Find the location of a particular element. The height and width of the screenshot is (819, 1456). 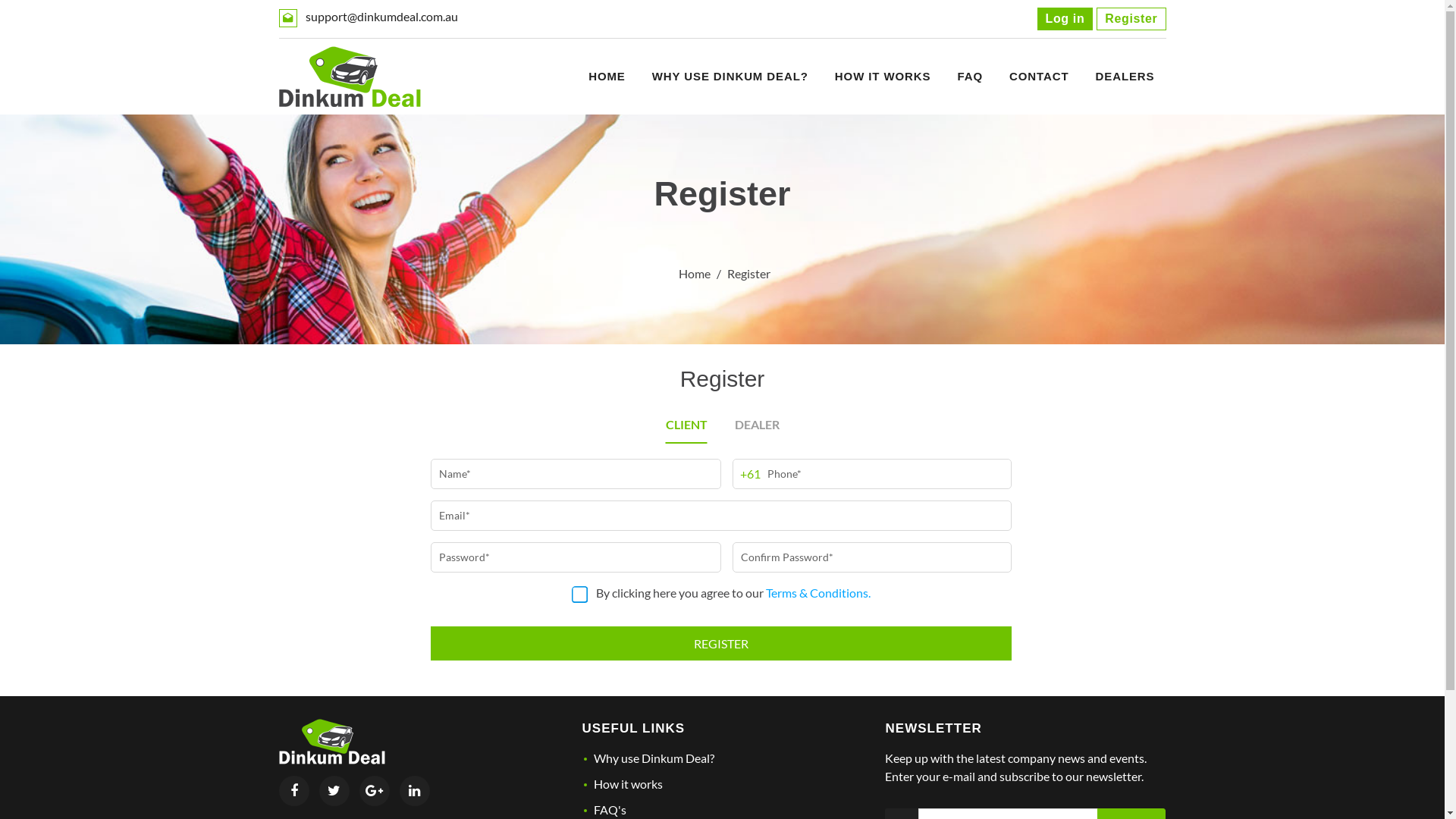

'Log in' is located at coordinates (1065, 18).